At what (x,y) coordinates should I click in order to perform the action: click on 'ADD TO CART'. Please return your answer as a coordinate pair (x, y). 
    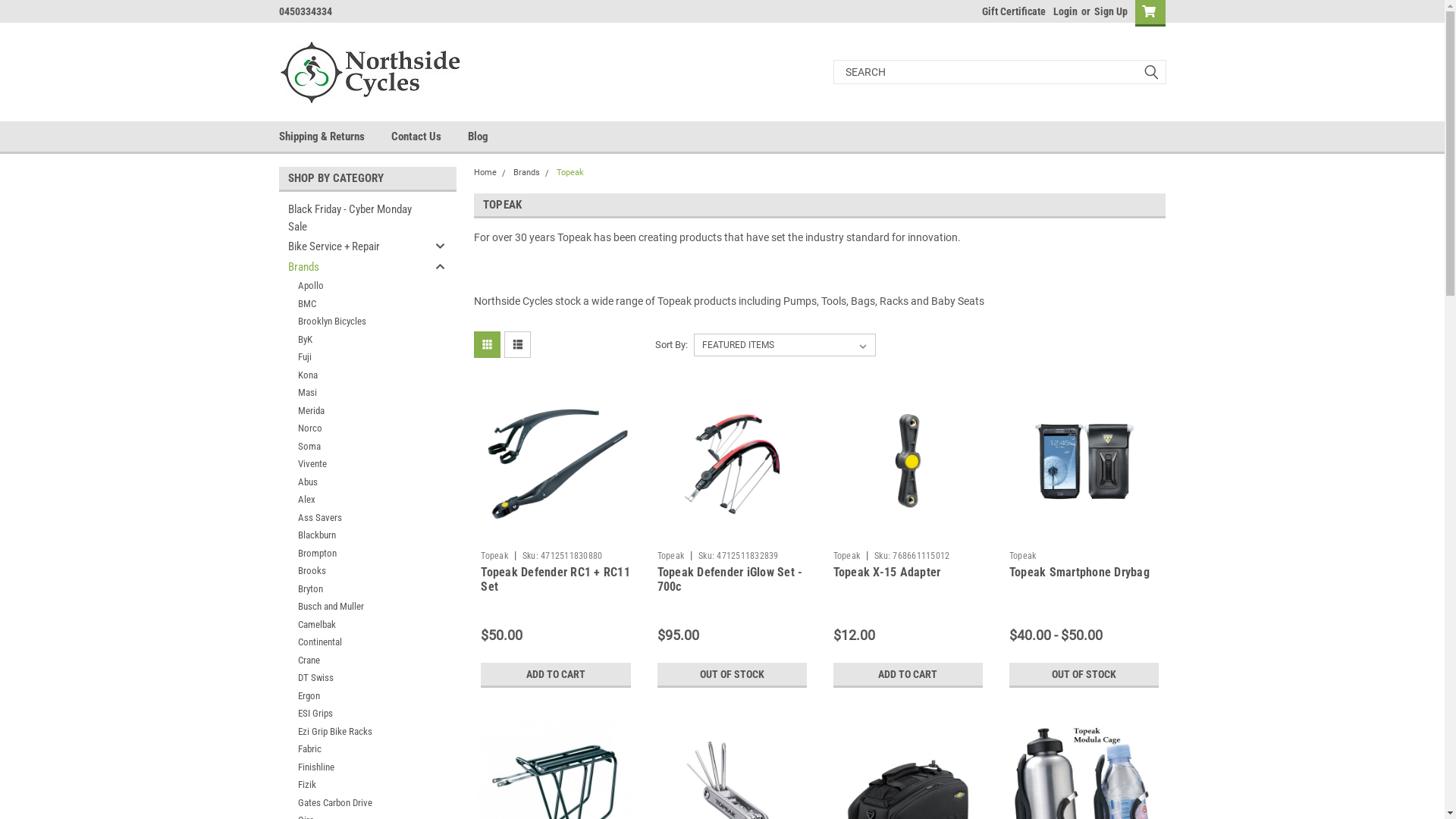
    Looking at the image, I should click on (554, 674).